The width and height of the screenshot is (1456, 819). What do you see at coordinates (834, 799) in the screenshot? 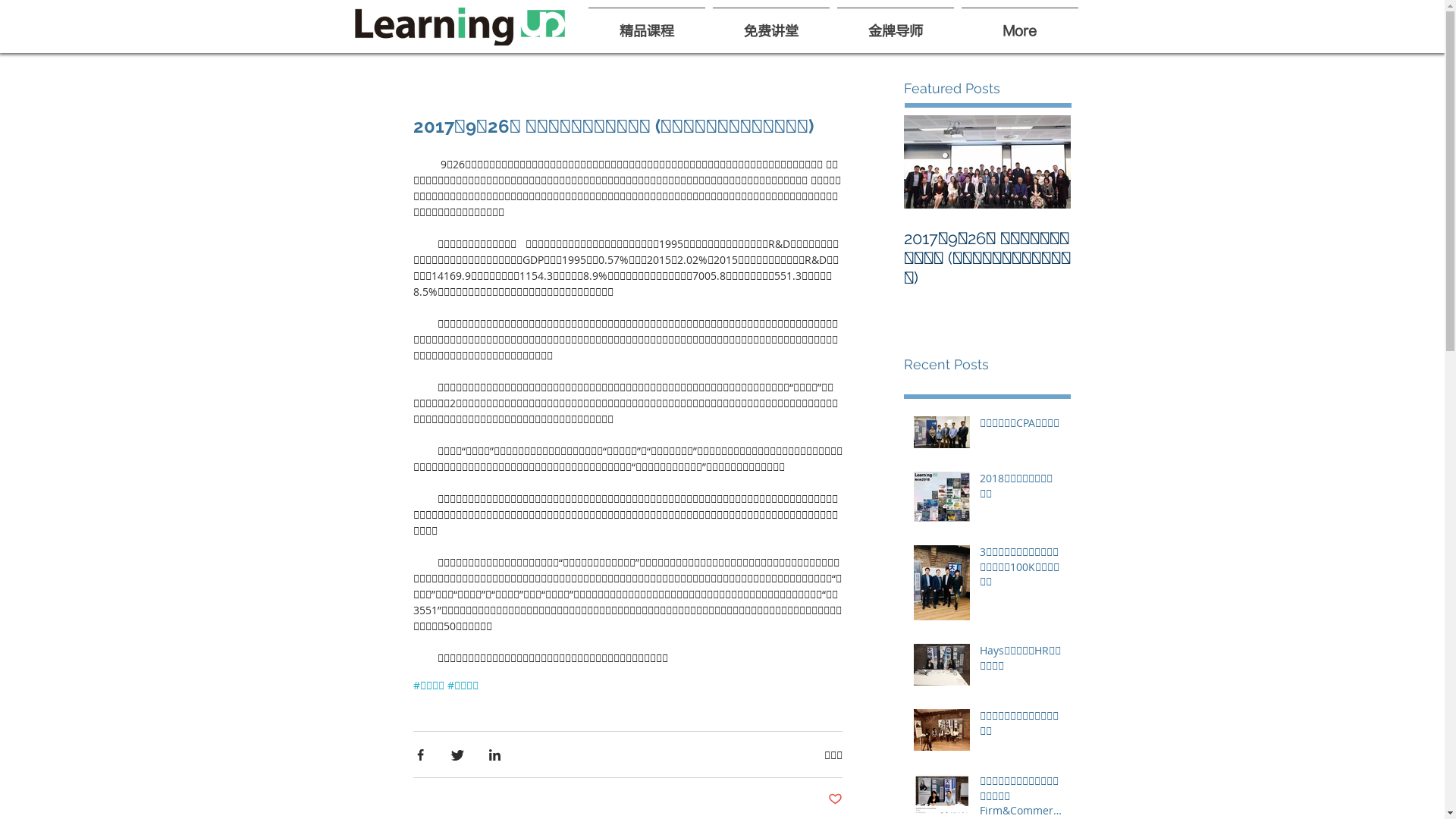
I see `'Post not marked as liked'` at bounding box center [834, 799].